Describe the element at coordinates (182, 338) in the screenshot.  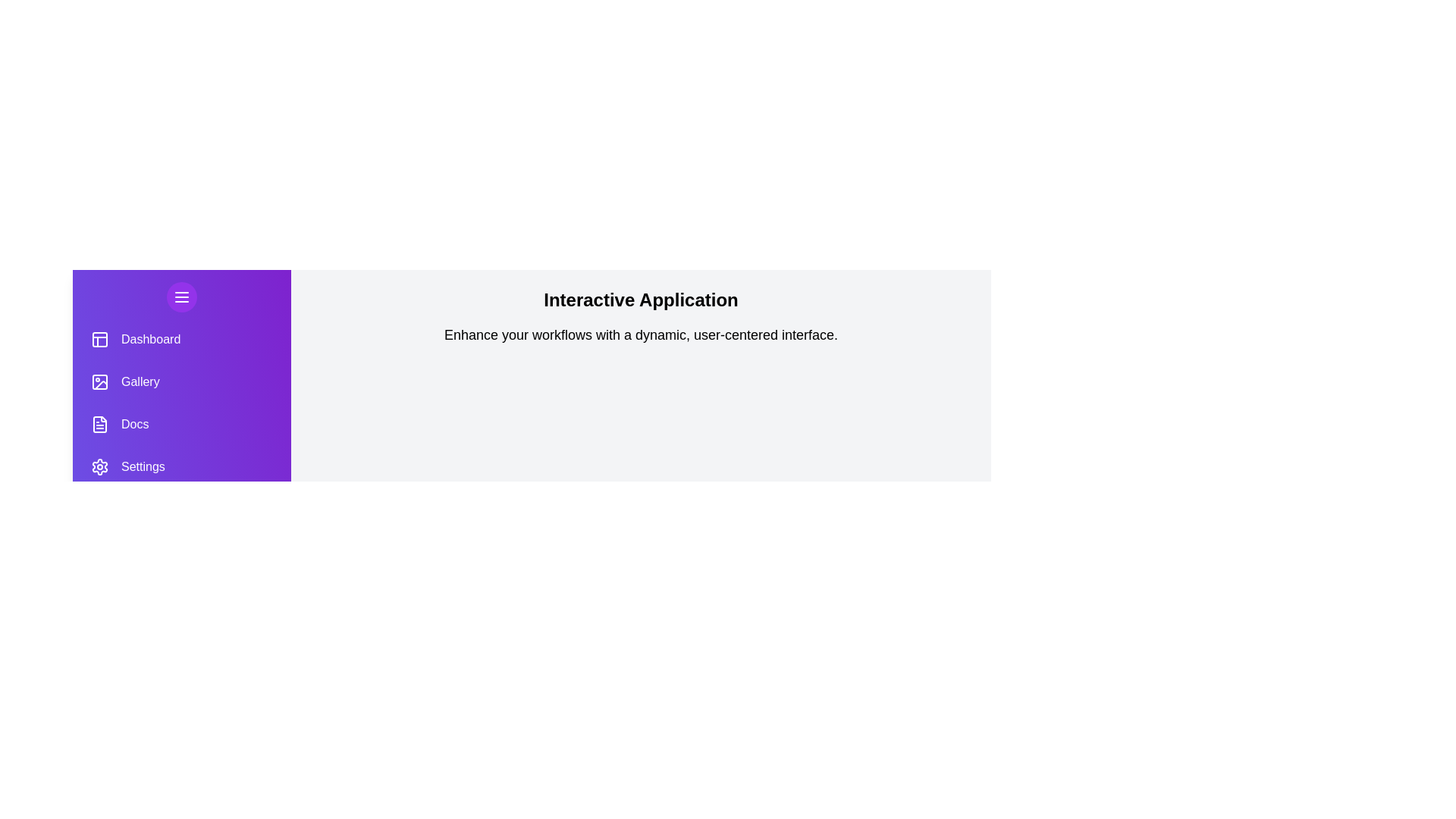
I see `the Dashboard menu item to navigate to the respective section` at that location.